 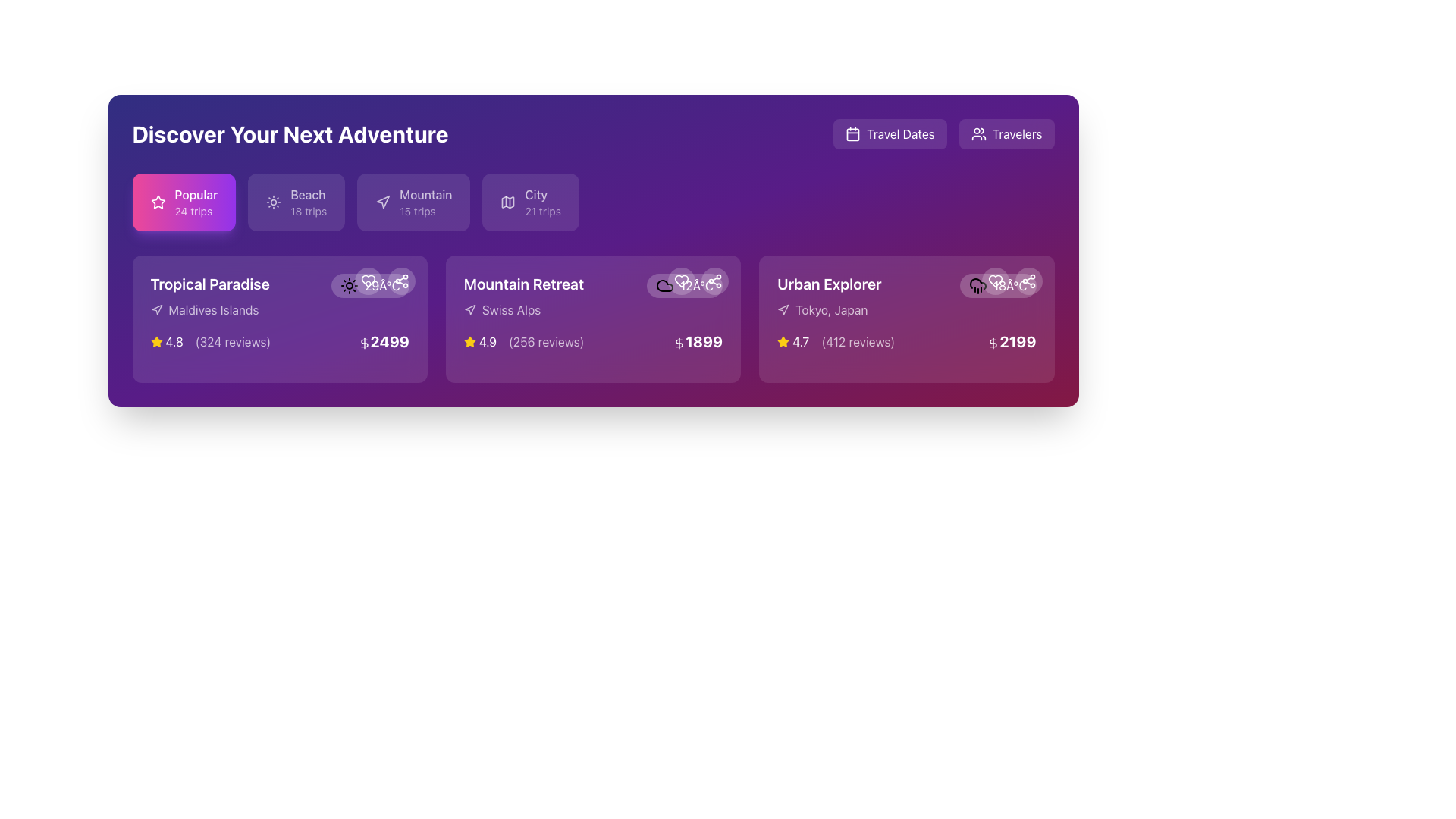 I want to click on the Information Display (Weather Indicator) which shows the current temperature of '12°C' with a cloud icon, located at the top-right corner of the 'Mountain Retreat' trip card, so click(x=684, y=286).